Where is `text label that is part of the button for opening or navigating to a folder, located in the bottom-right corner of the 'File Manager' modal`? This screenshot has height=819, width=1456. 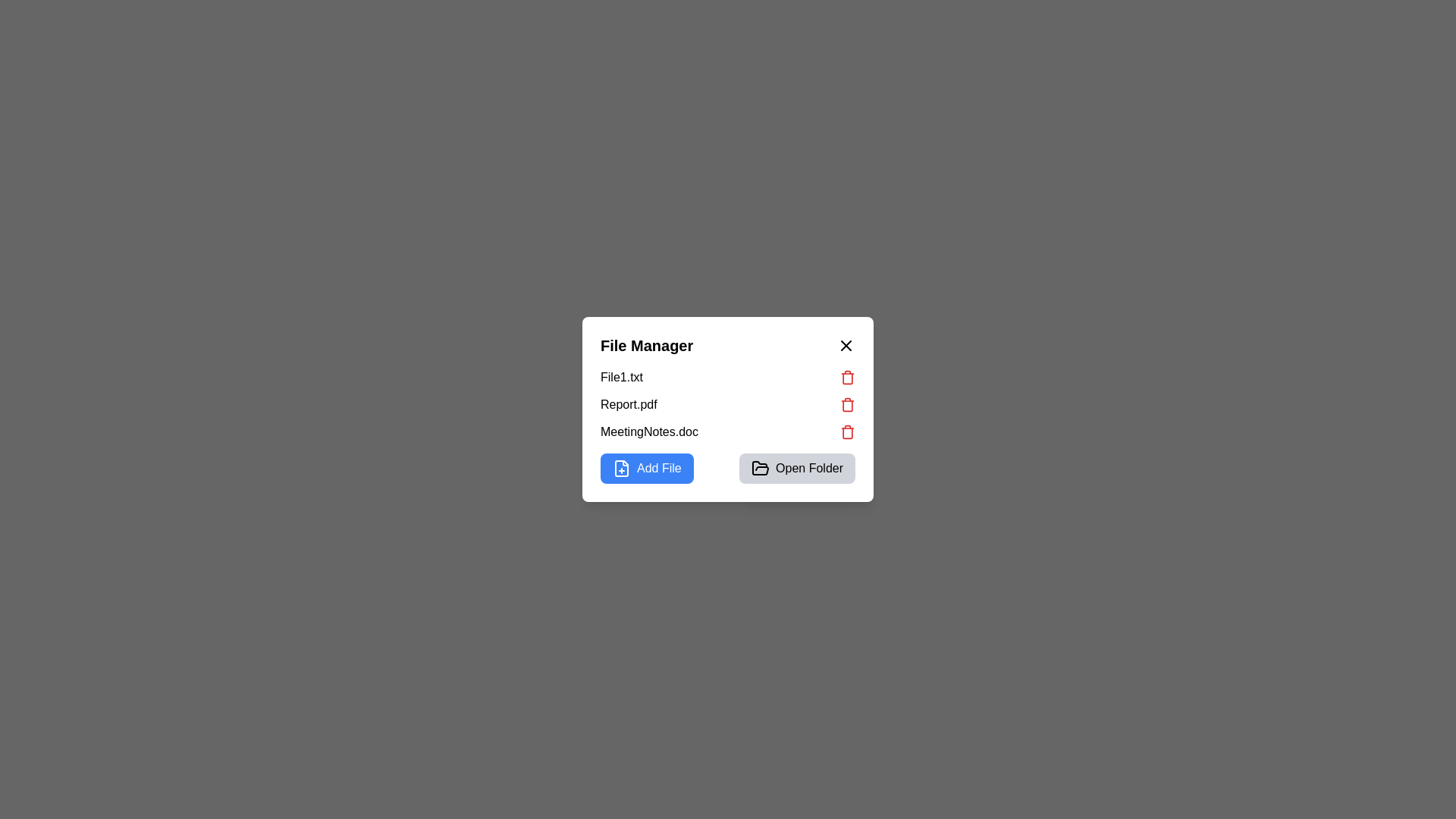
text label that is part of the button for opening or navigating to a folder, located in the bottom-right corner of the 'File Manager' modal is located at coordinates (808, 467).